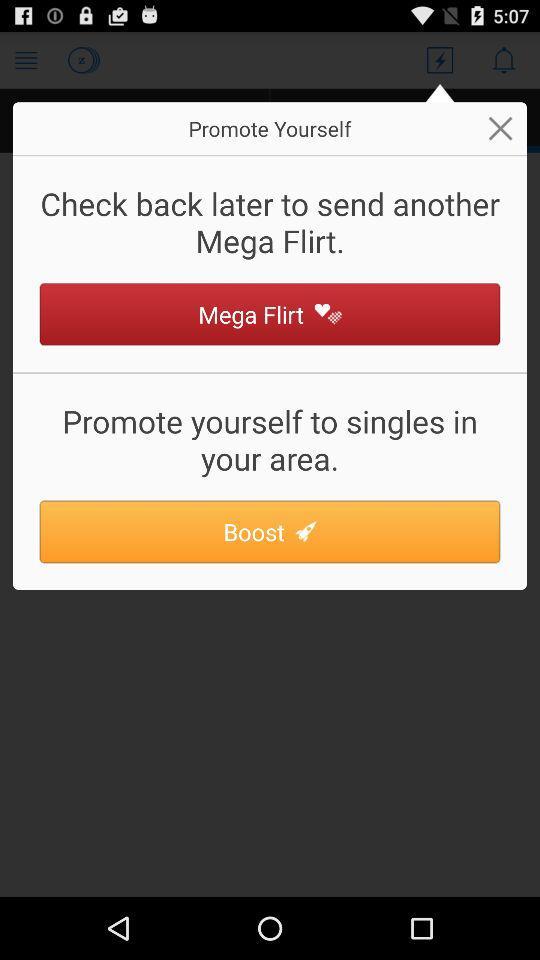  Describe the element at coordinates (499, 127) in the screenshot. I see `button` at that location.